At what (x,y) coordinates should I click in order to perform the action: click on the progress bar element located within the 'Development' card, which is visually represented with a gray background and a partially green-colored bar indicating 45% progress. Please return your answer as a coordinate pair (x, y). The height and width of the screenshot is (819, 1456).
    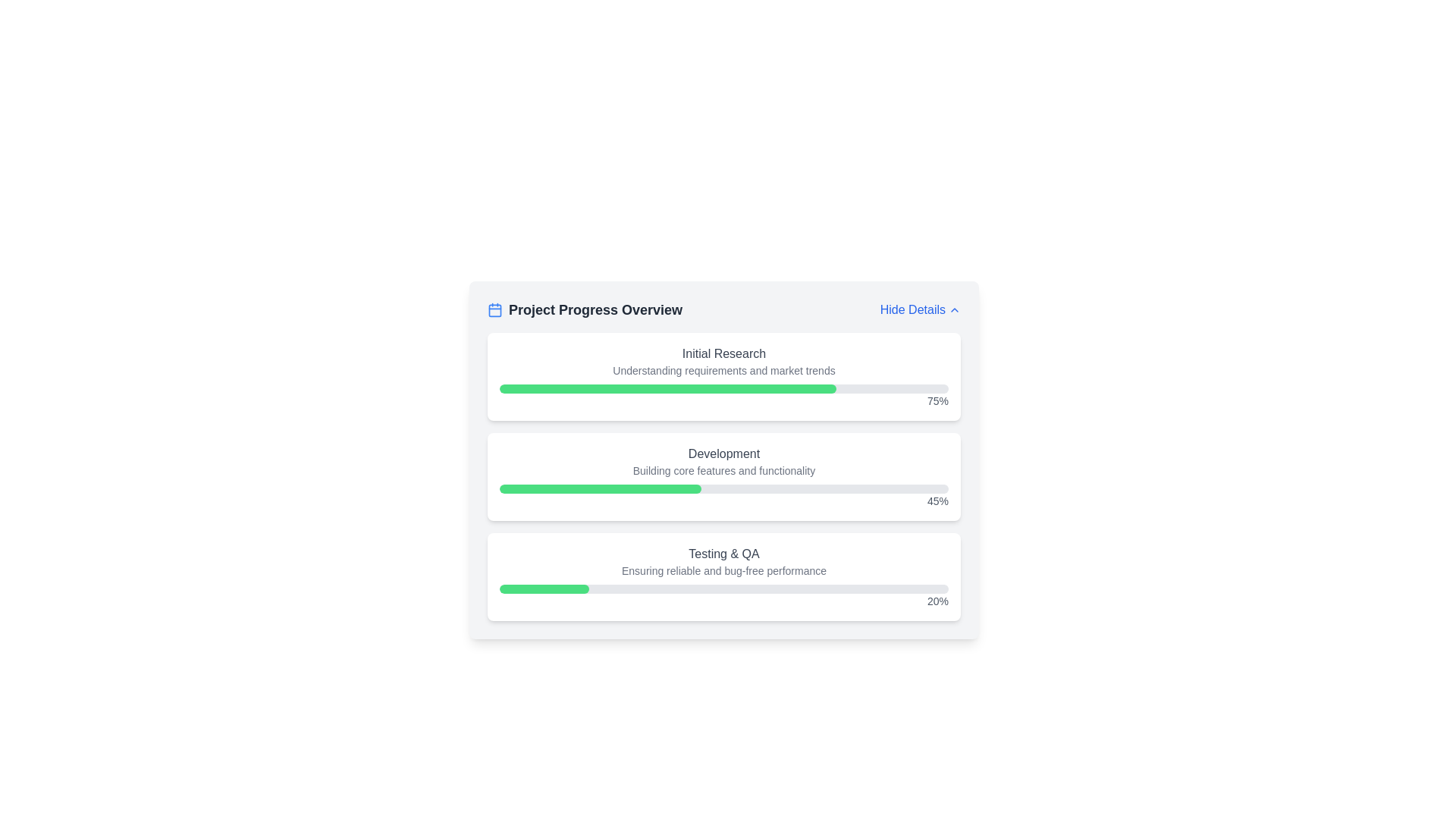
    Looking at the image, I should click on (723, 488).